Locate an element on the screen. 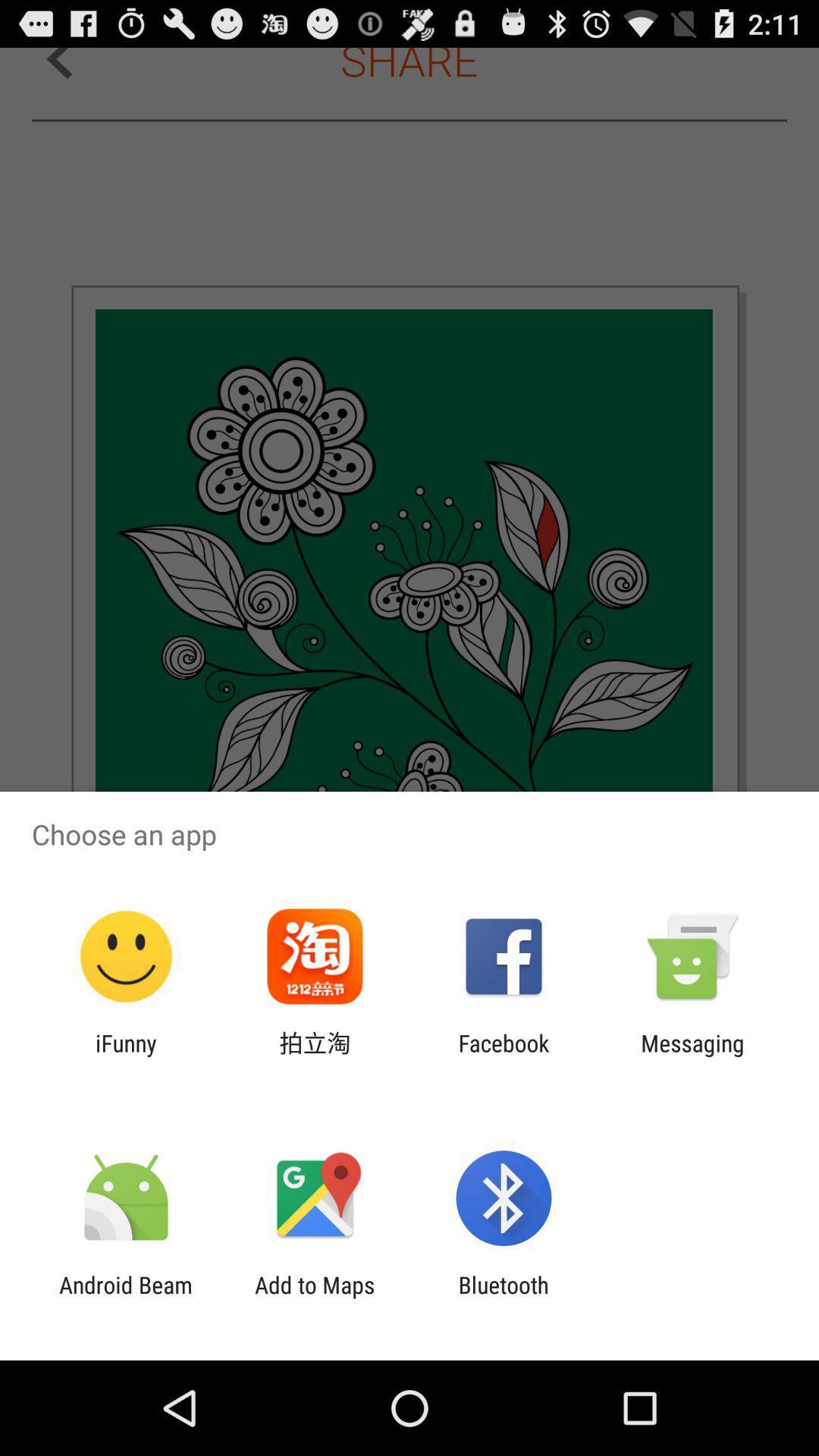 The image size is (819, 1456). the icon at the bottom right corner is located at coordinates (692, 1056).